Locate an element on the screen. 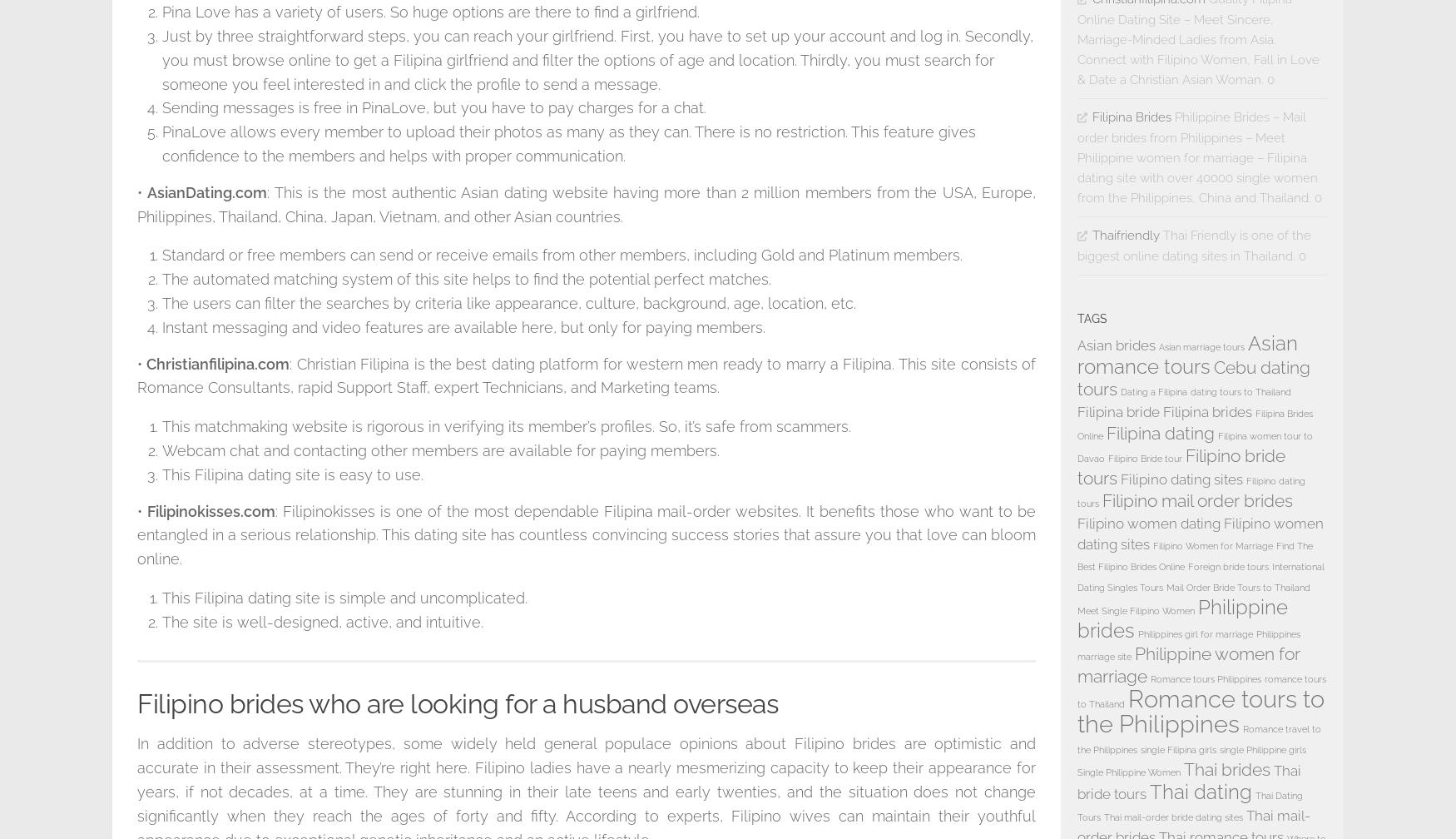  'Dating a Filipina' is located at coordinates (1153, 391).